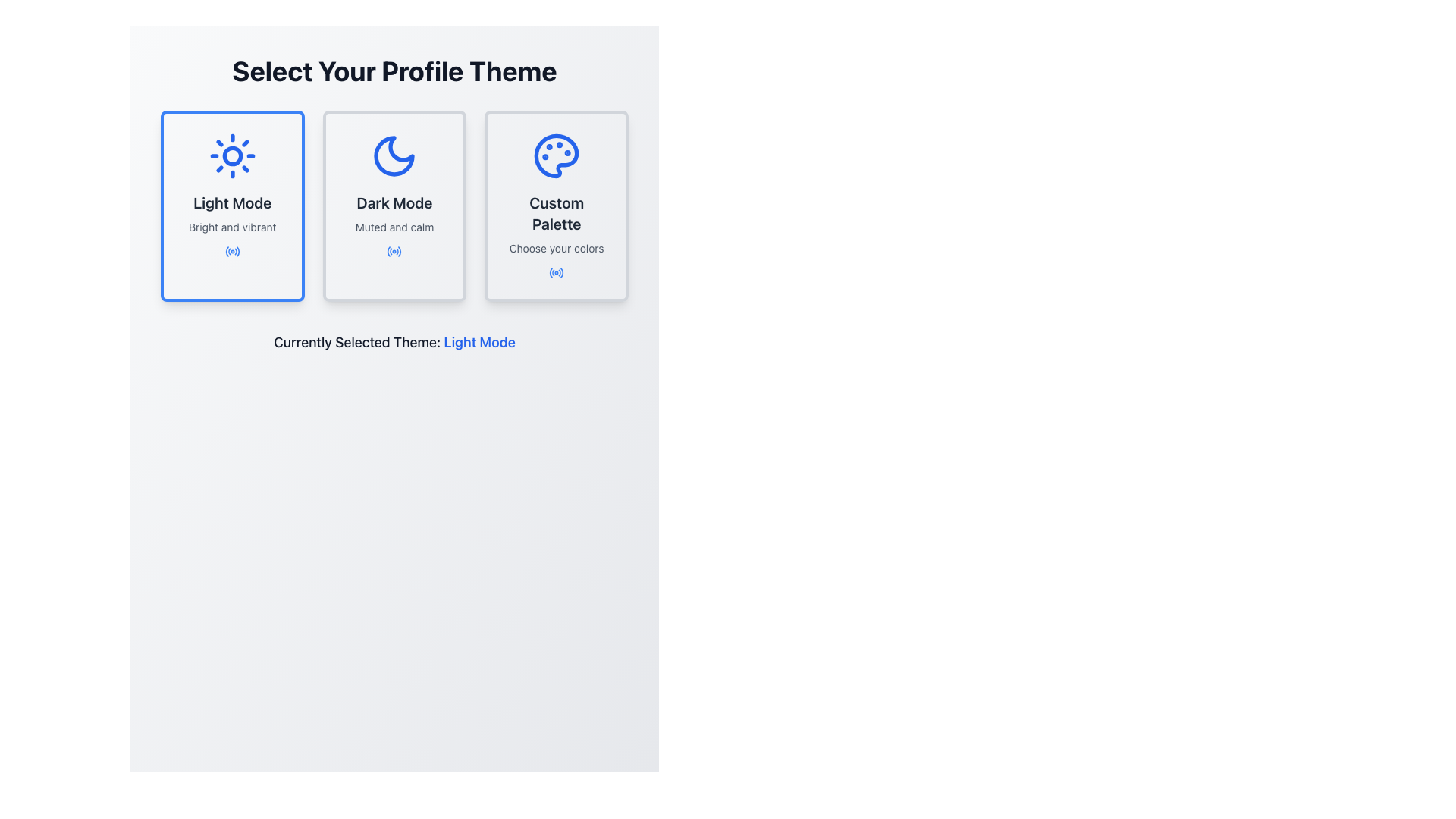  What do you see at coordinates (556, 155) in the screenshot?
I see `the decorative icon representing the theme selection option for the 'Custom Palette' card, which is the topmost element in the card titled 'Custom Palette' with the subtitle 'Choose your colors'` at bounding box center [556, 155].